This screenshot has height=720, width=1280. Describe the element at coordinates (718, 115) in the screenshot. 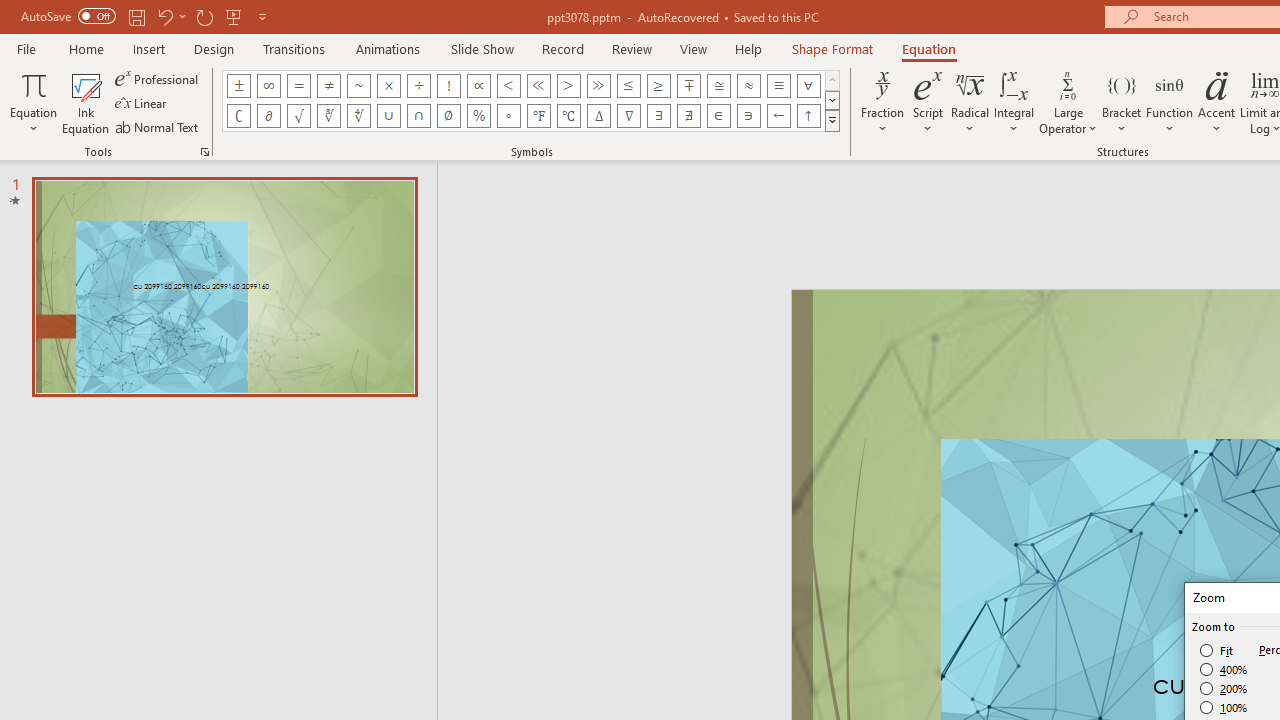

I see `'Equation Symbol Element Of'` at that location.